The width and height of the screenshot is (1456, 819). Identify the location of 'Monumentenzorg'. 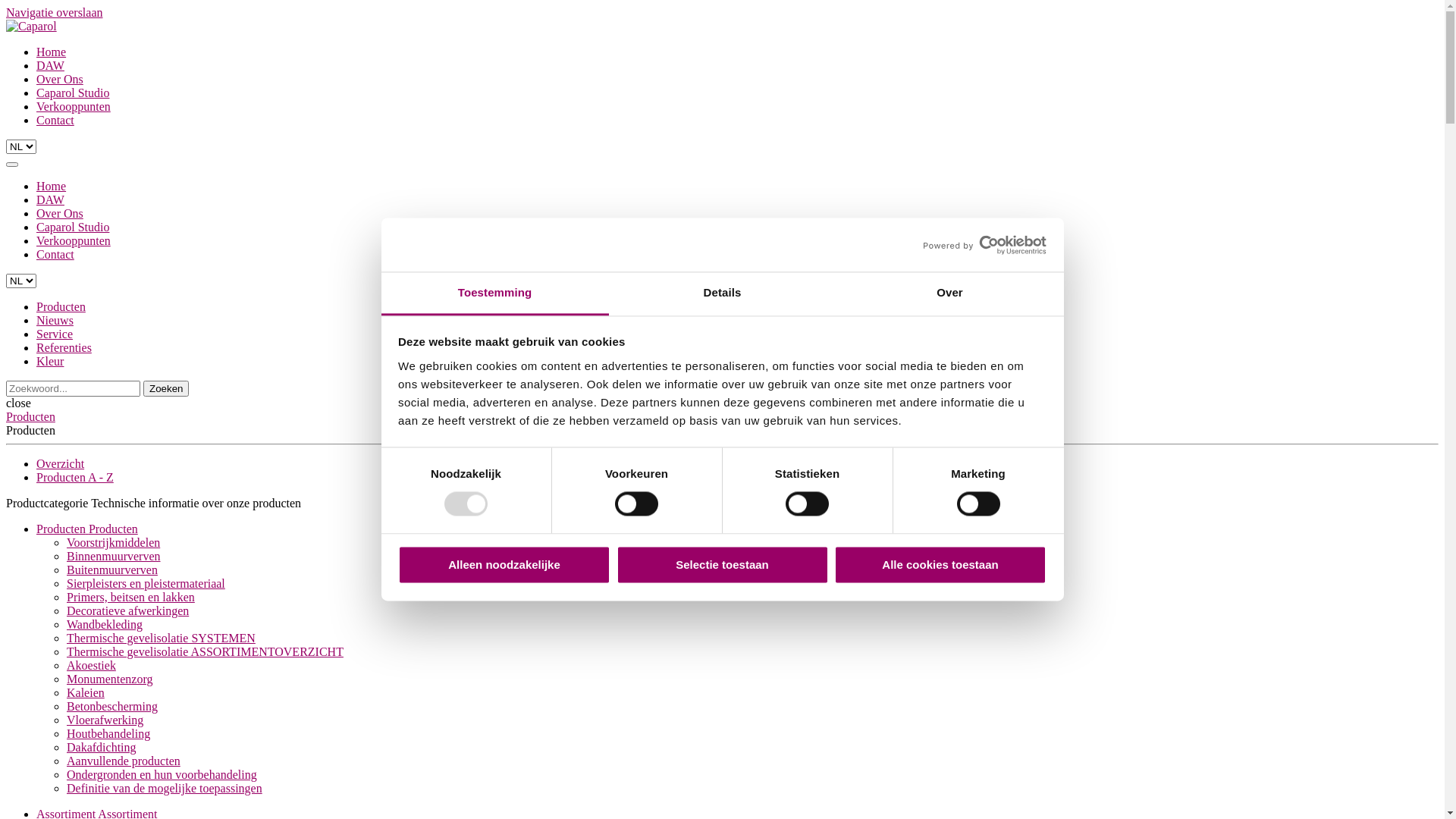
(108, 678).